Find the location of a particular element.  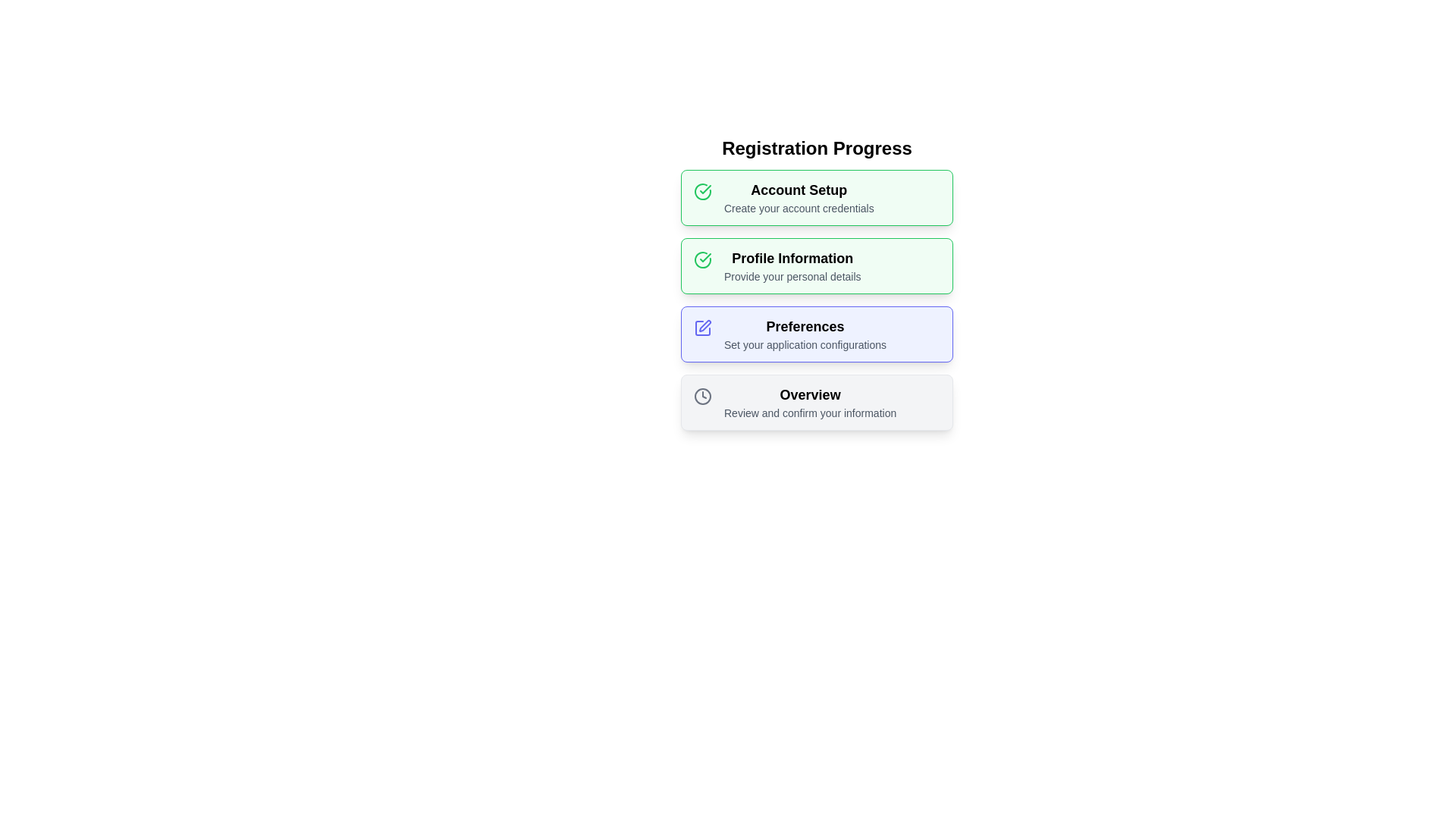

the static text label displaying 'Provide your personal details' located below the 'Profile Information' heading is located at coordinates (792, 277).